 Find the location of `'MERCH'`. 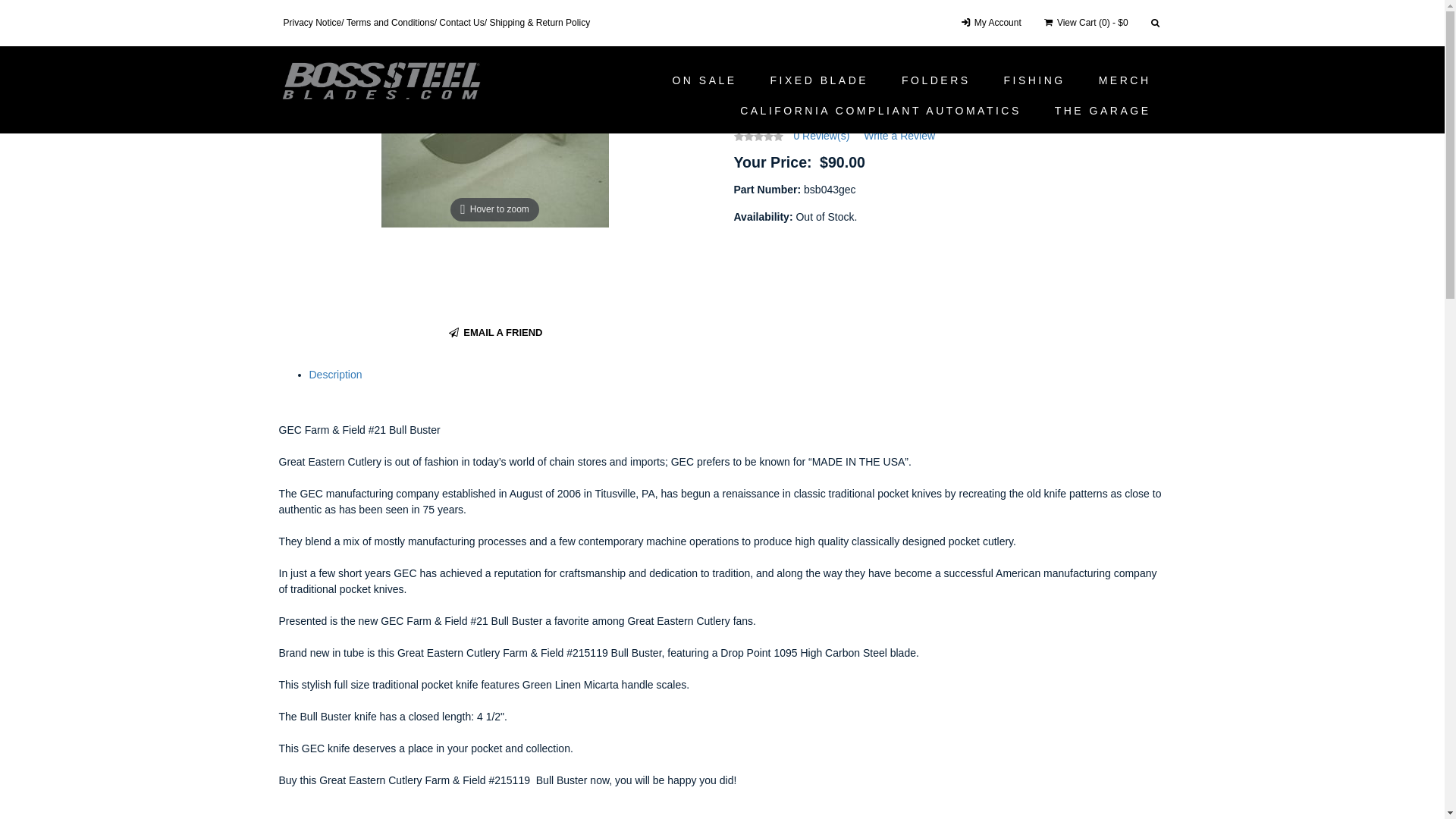

'MERCH' is located at coordinates (1125, 80).